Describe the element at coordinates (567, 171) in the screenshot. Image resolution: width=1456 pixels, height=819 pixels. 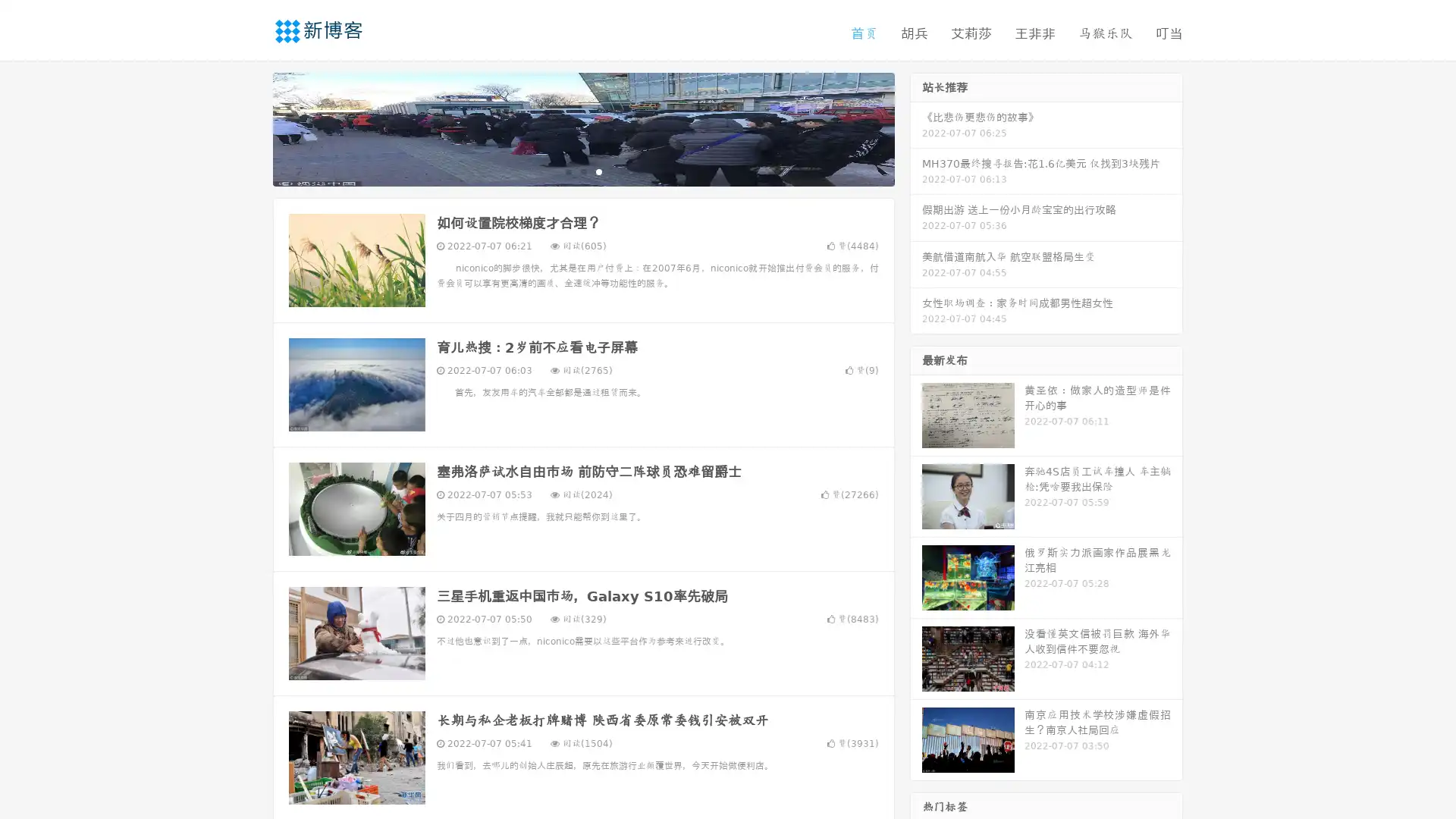
I see `Go to slide 1` at that location.